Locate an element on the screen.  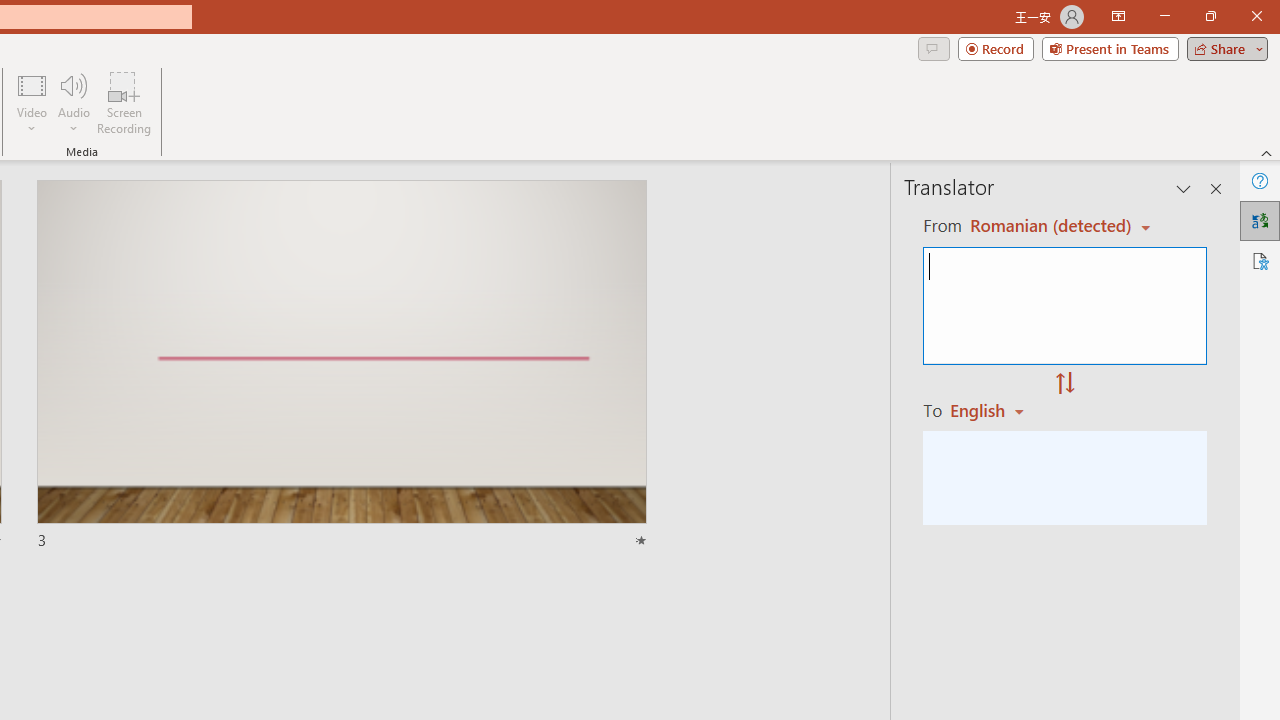
'Screen Recording...' is located at coordinates (123, 103).